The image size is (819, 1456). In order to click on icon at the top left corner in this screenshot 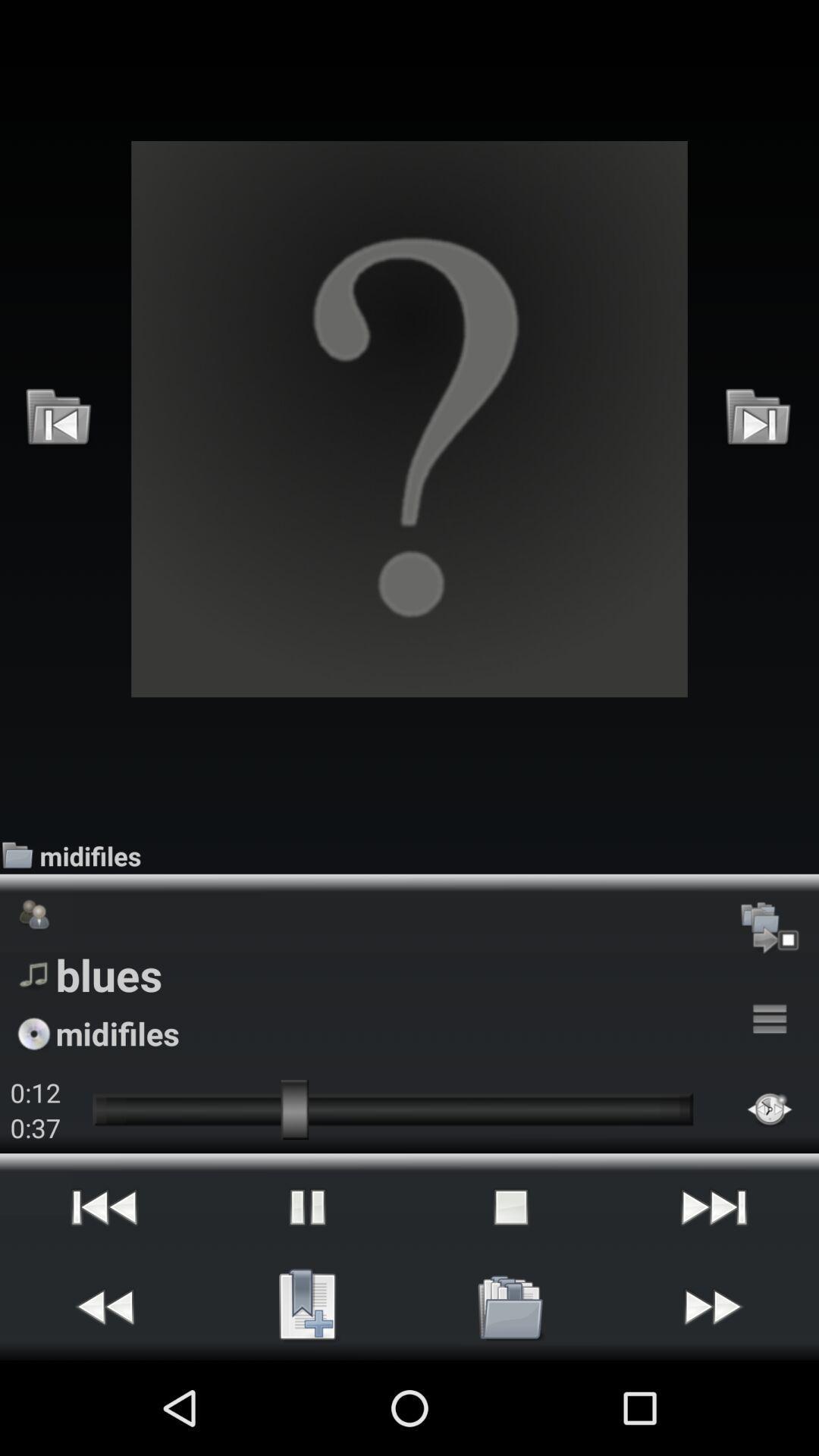, I will do `click(58, 419)`.